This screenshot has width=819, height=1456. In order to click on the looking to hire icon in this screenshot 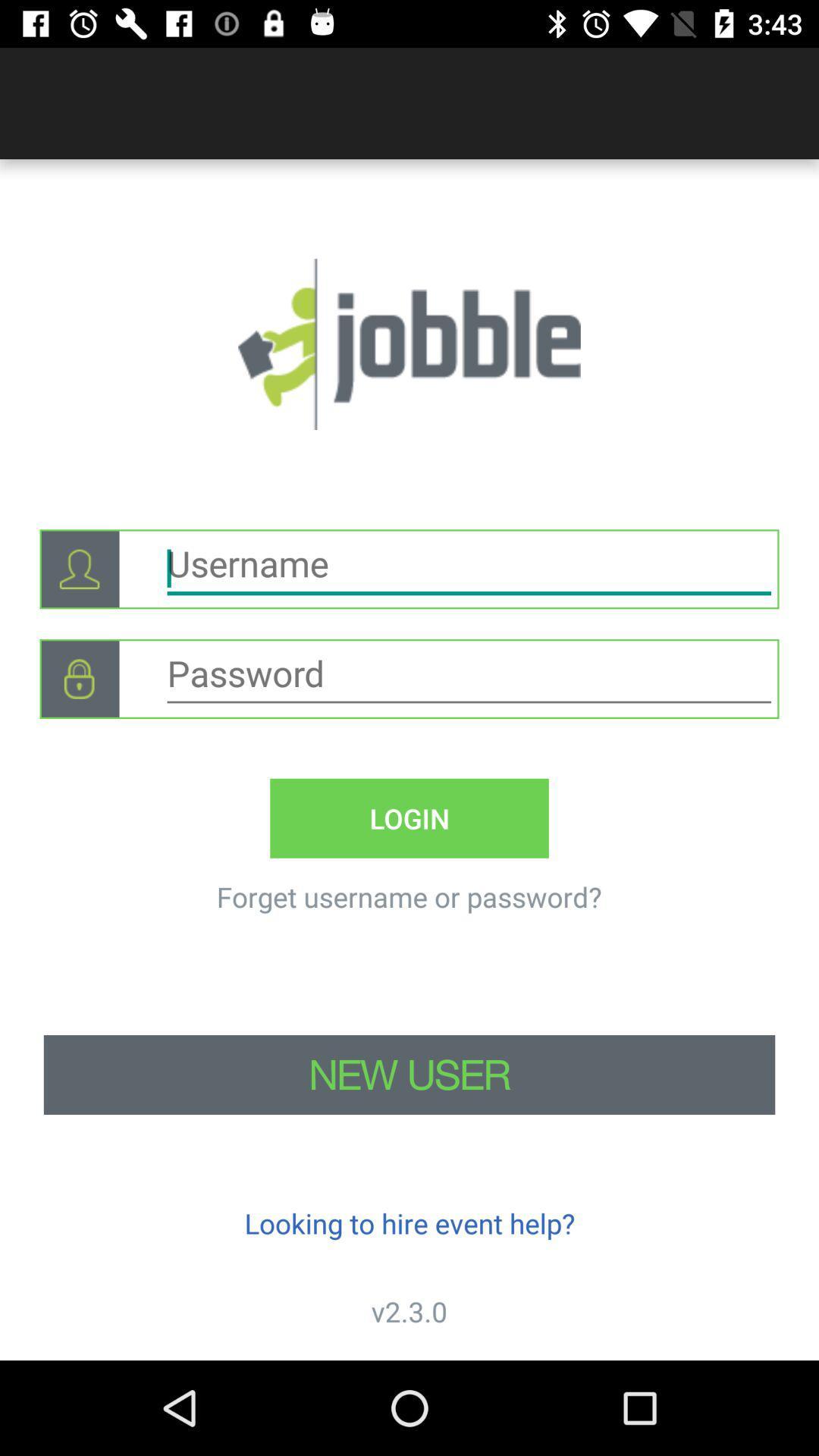, I will do `click(409, 1223)`.